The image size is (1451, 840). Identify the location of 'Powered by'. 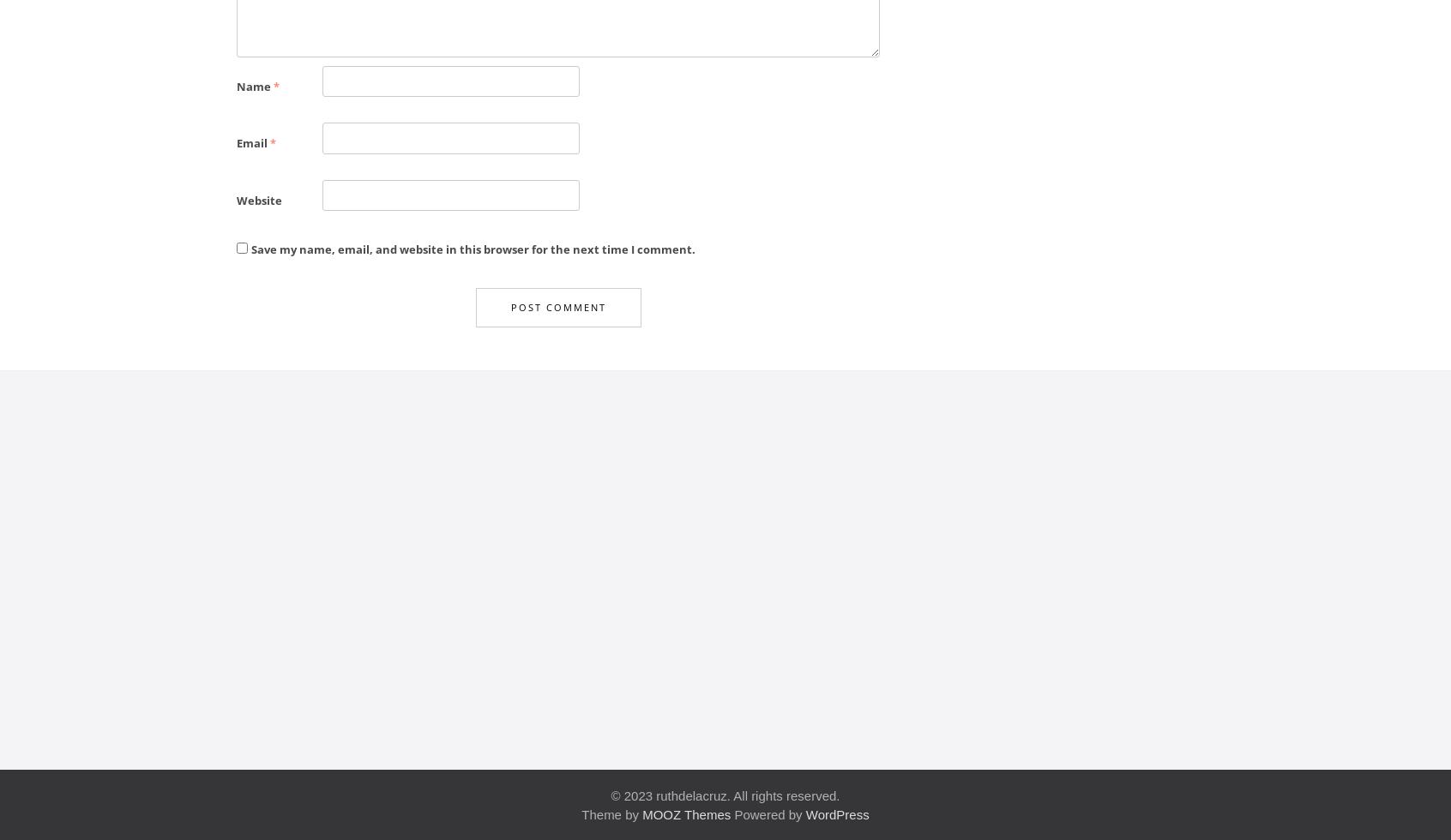
(767, 813).